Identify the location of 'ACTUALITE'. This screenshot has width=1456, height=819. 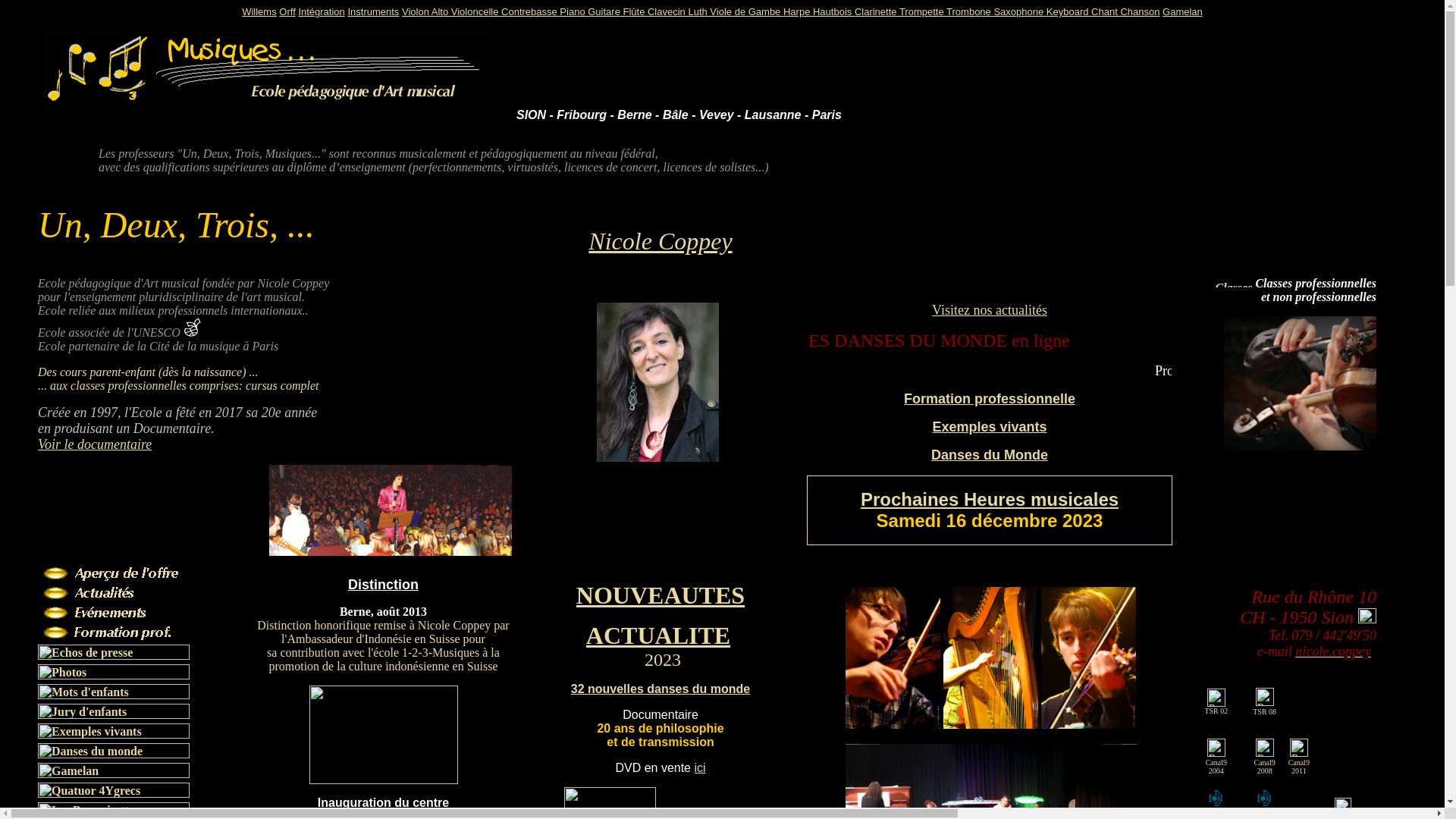
(585, 635).